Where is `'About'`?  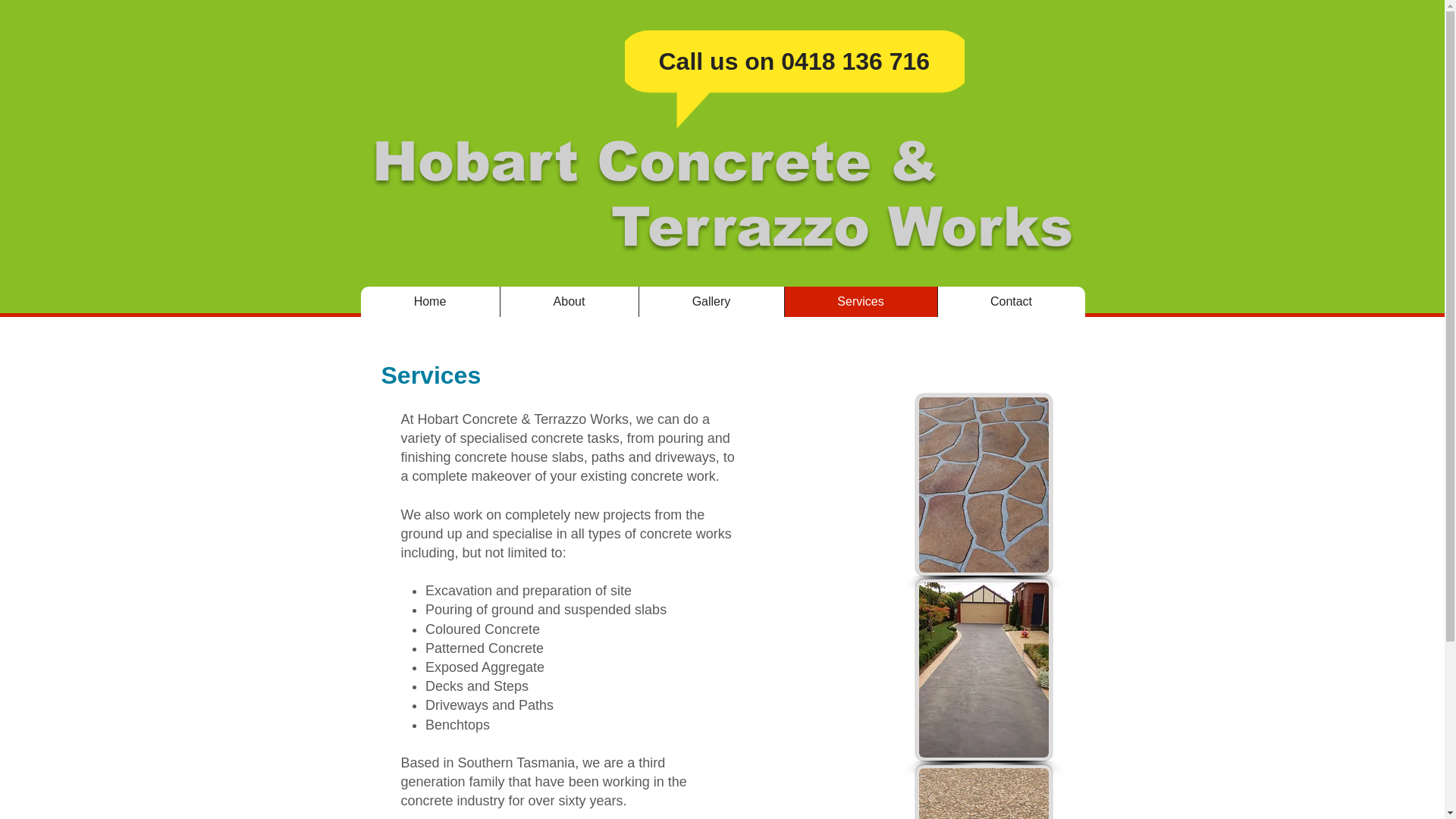 'About' is located at coordinates (567, 301).